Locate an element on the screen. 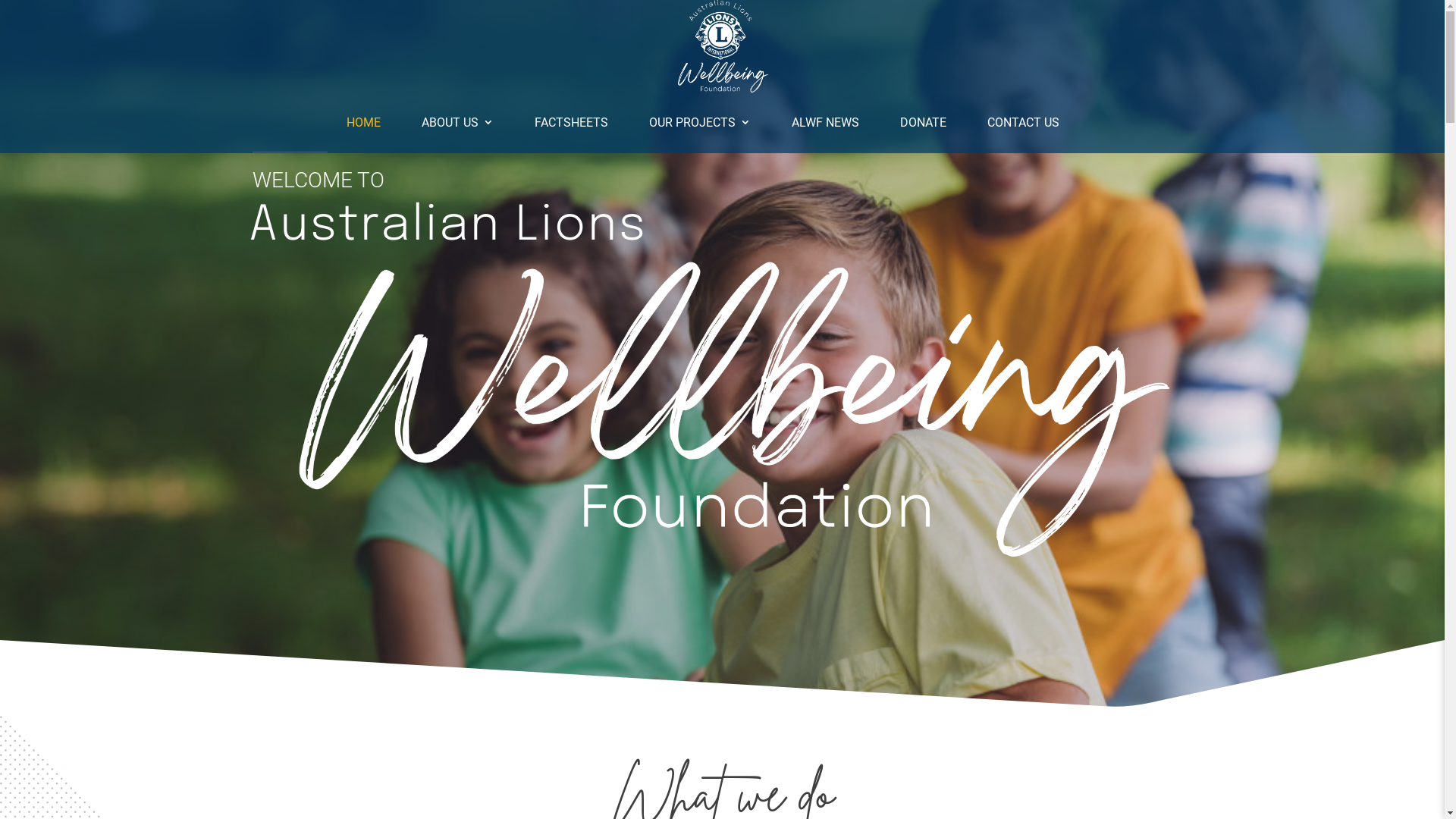 The width and height of the screenshot is (1456, 819). 'OUR PROJECTS' is located at coordinates (698, 122).